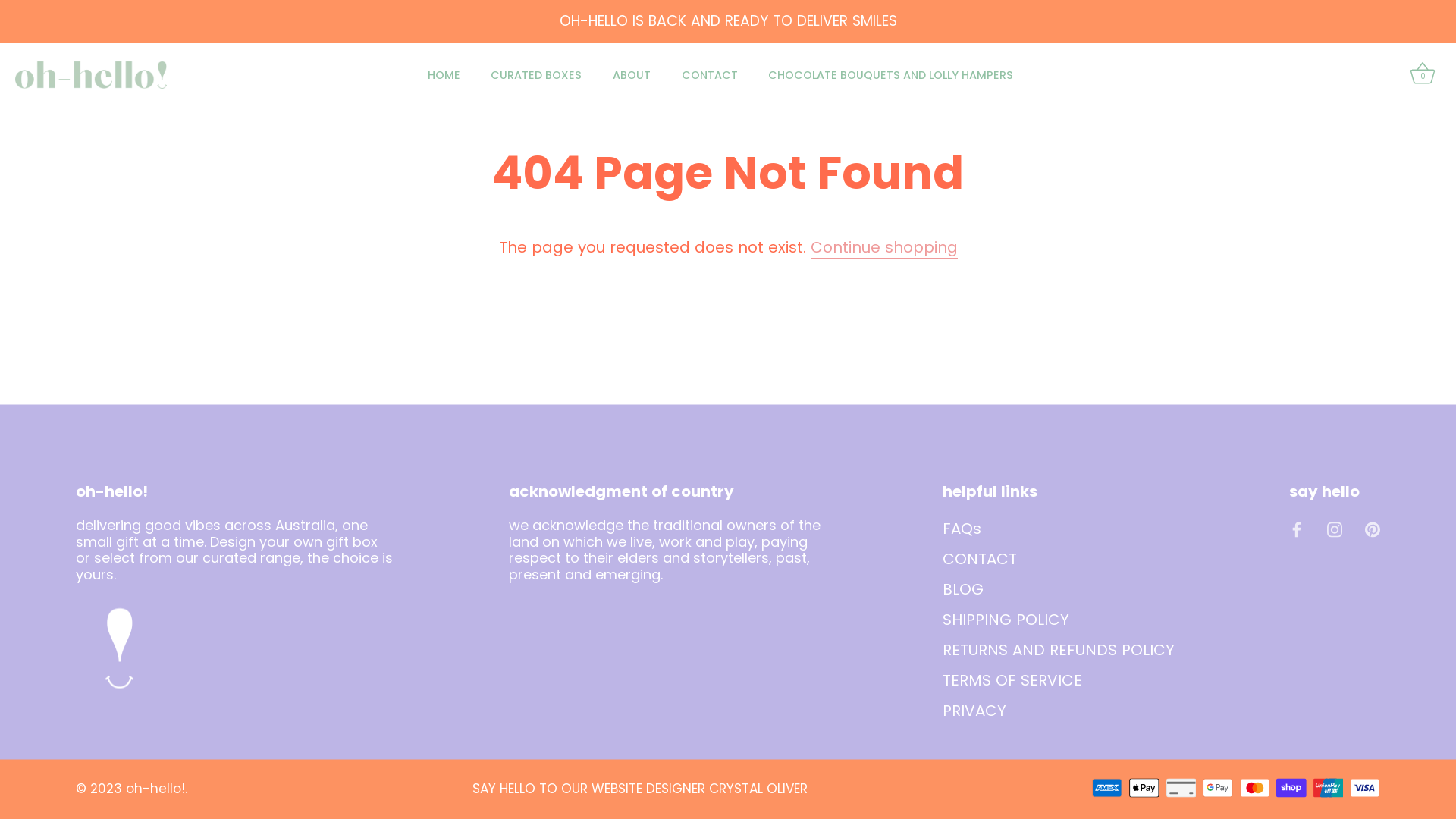  Describe the element at coordinates (1006, 619) in the screenshot. I see `'SHIPPING POLICY'` at that location.